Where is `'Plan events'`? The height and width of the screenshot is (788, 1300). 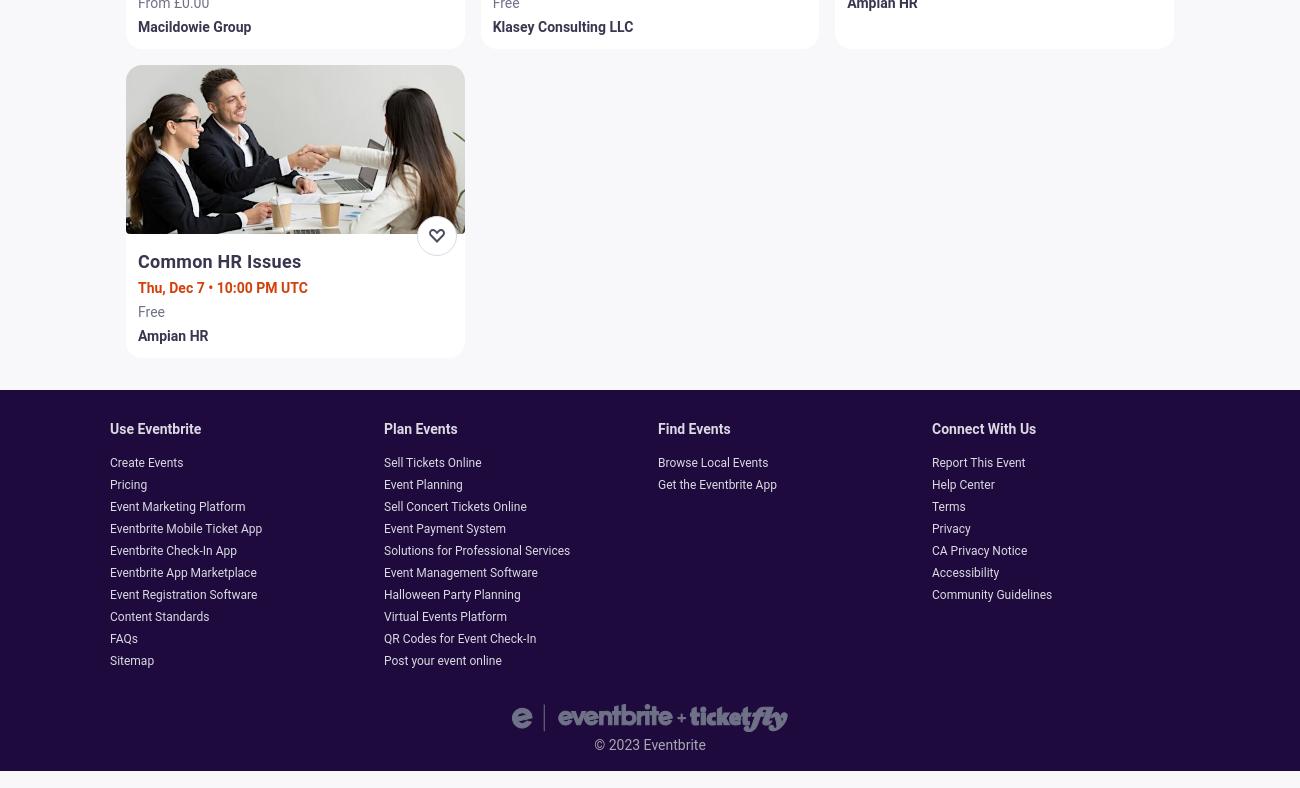
'Plan events' is located at coordinates (420, 427).